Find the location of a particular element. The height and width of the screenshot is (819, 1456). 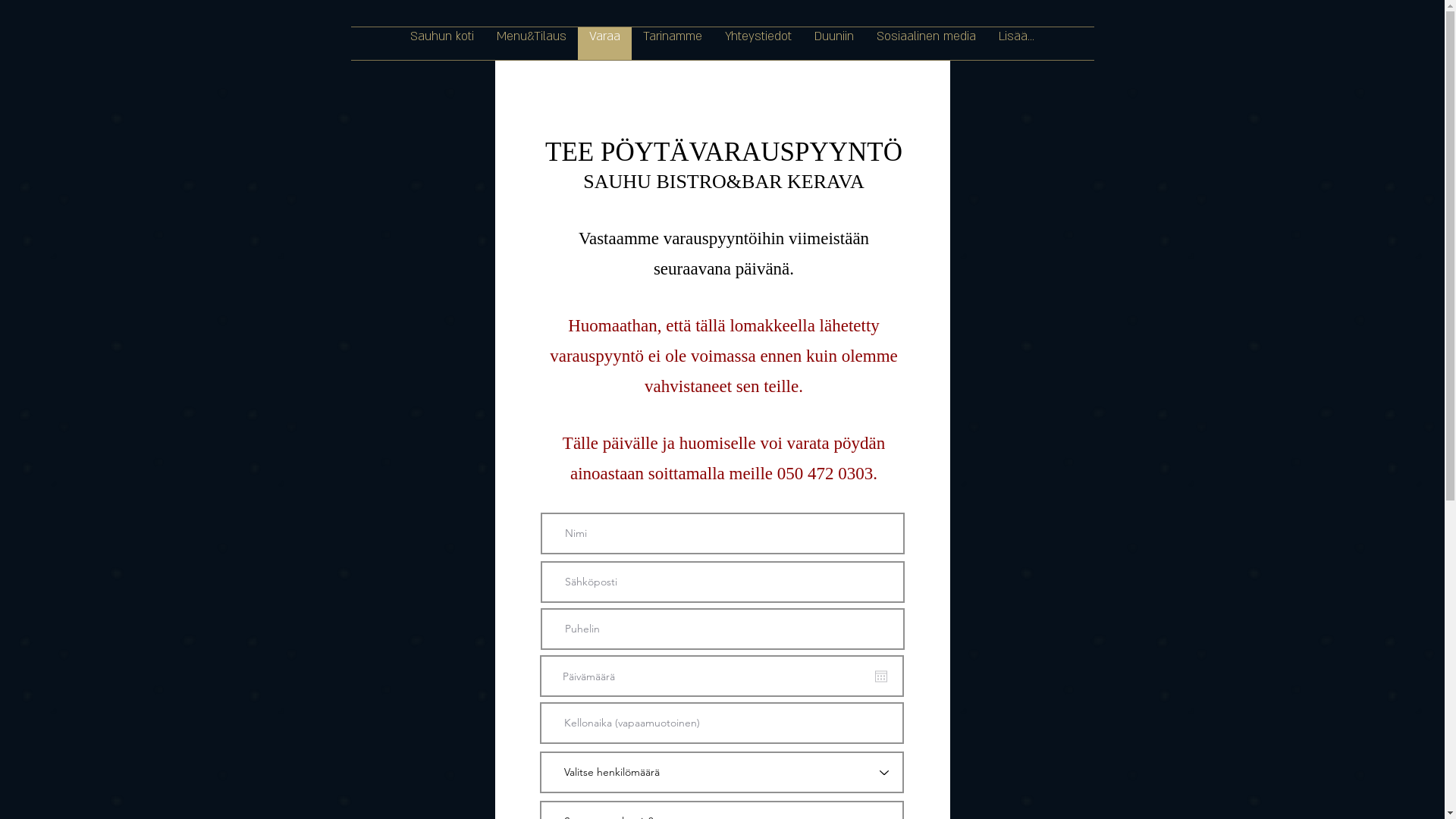

'Yhteystiedot' is located at coordinates (758, 42).